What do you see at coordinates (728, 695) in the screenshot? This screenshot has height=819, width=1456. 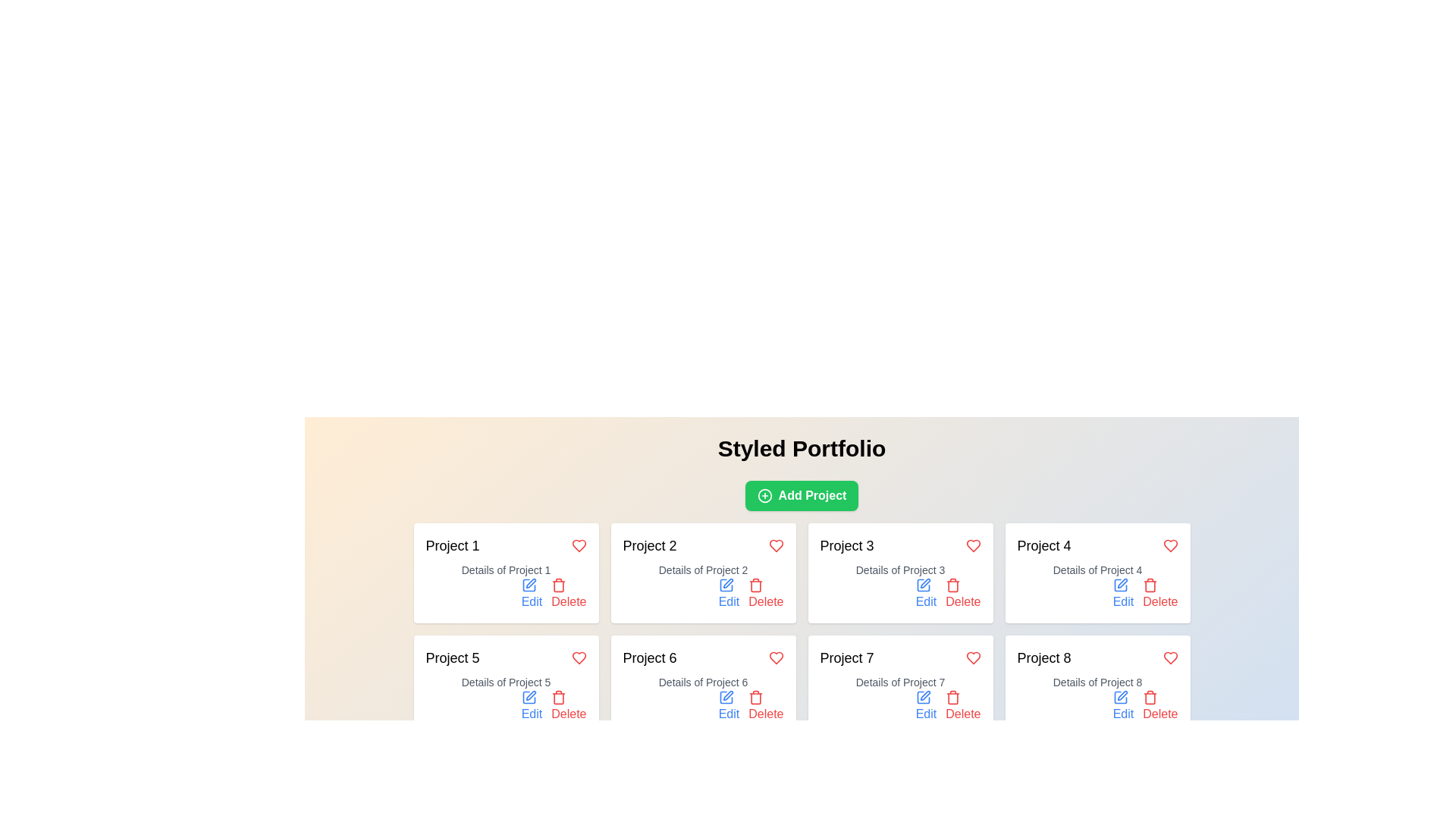 I see `the pen-shaped icon located next to the 'Edit' button in the 'Project 6' card for interaction` at bounding box center [728, 695].